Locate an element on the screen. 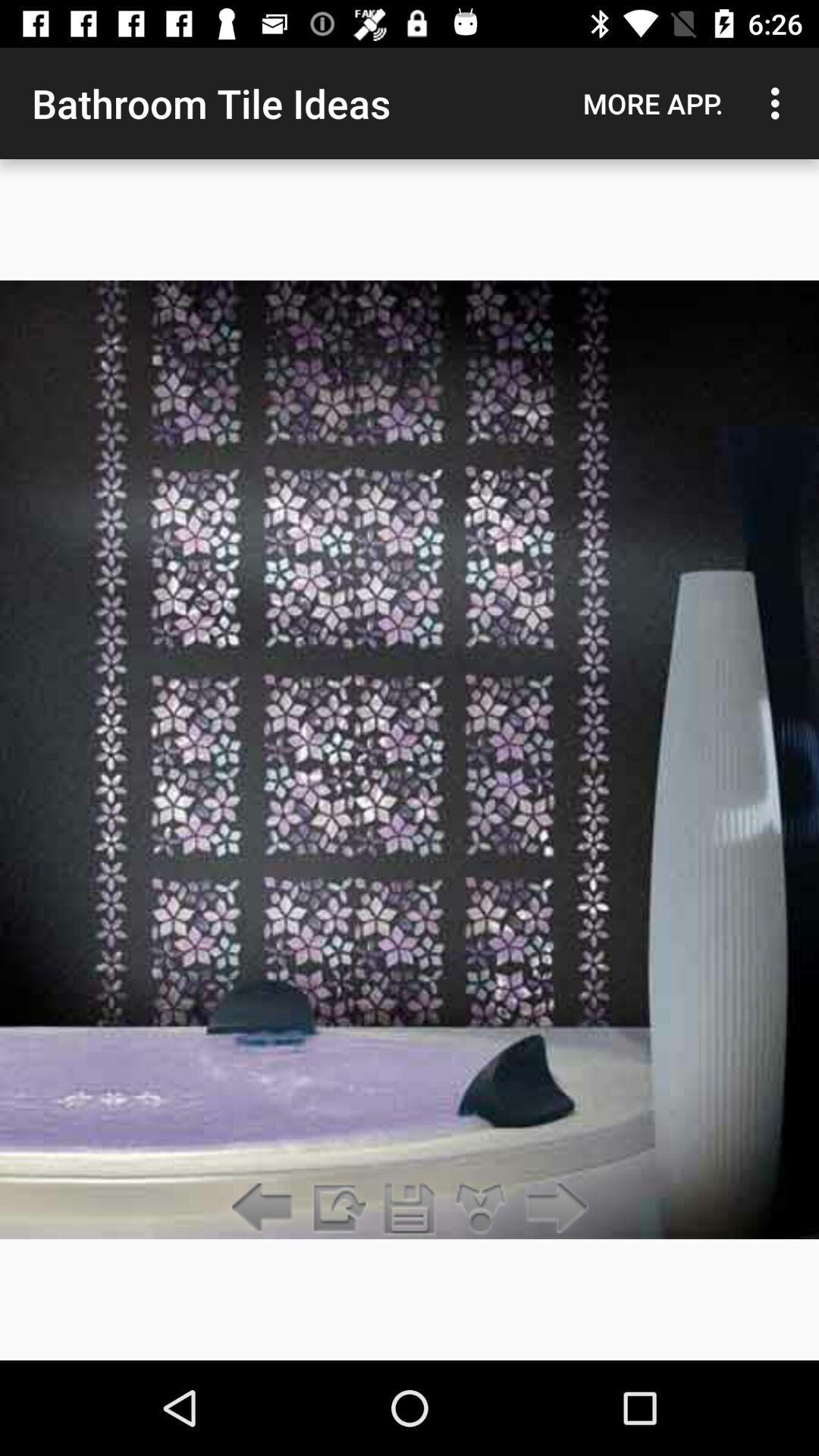 This screenshot has height=1456, width=819. next page is located at coordinates (553, 1208).